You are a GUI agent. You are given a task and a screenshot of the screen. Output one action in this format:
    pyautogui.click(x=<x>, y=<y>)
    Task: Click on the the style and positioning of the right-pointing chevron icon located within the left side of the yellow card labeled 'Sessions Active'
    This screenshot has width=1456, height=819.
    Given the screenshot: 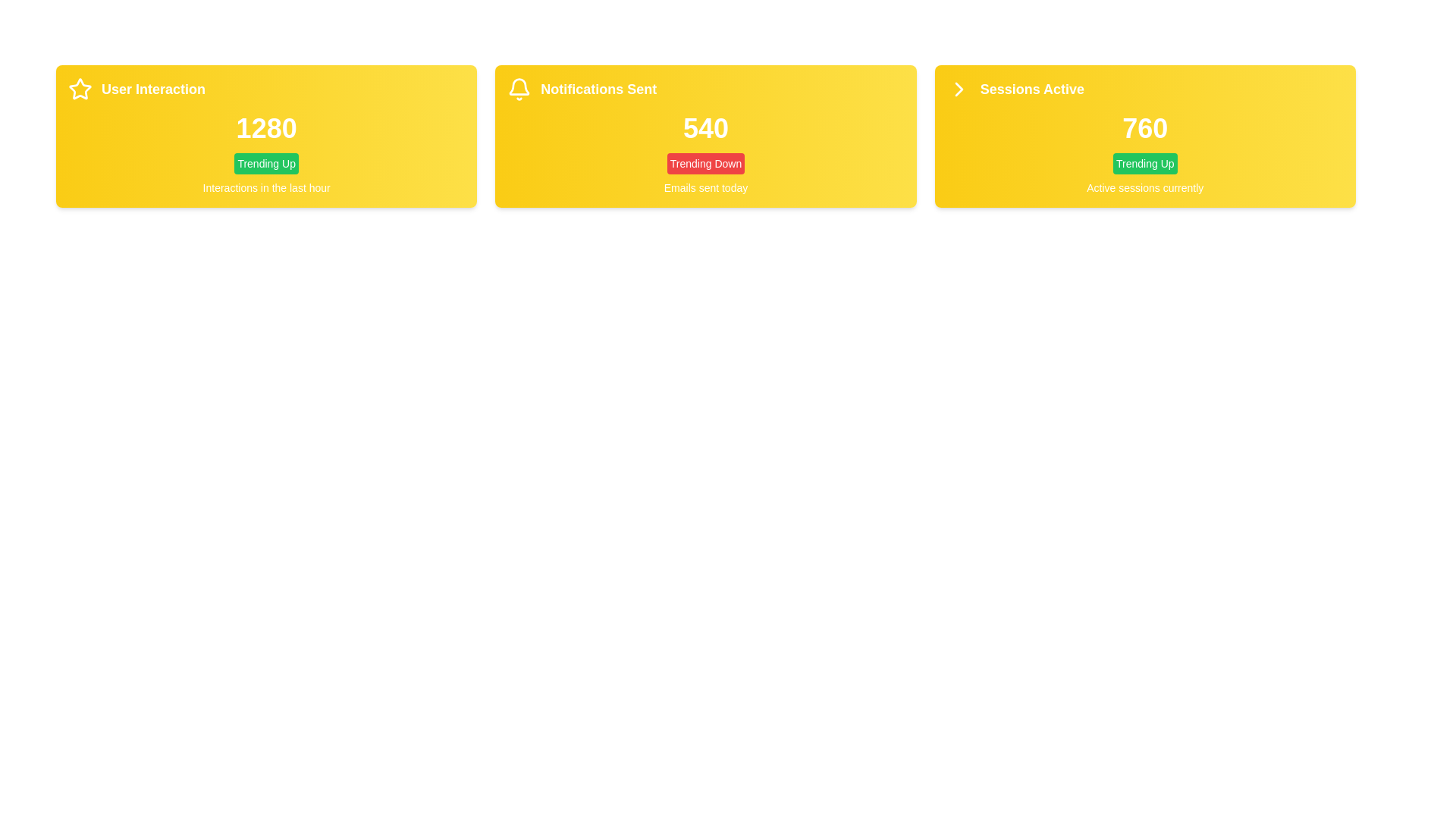 What is the action you would take?
    pyautogui.click(x=958, y=89)
    